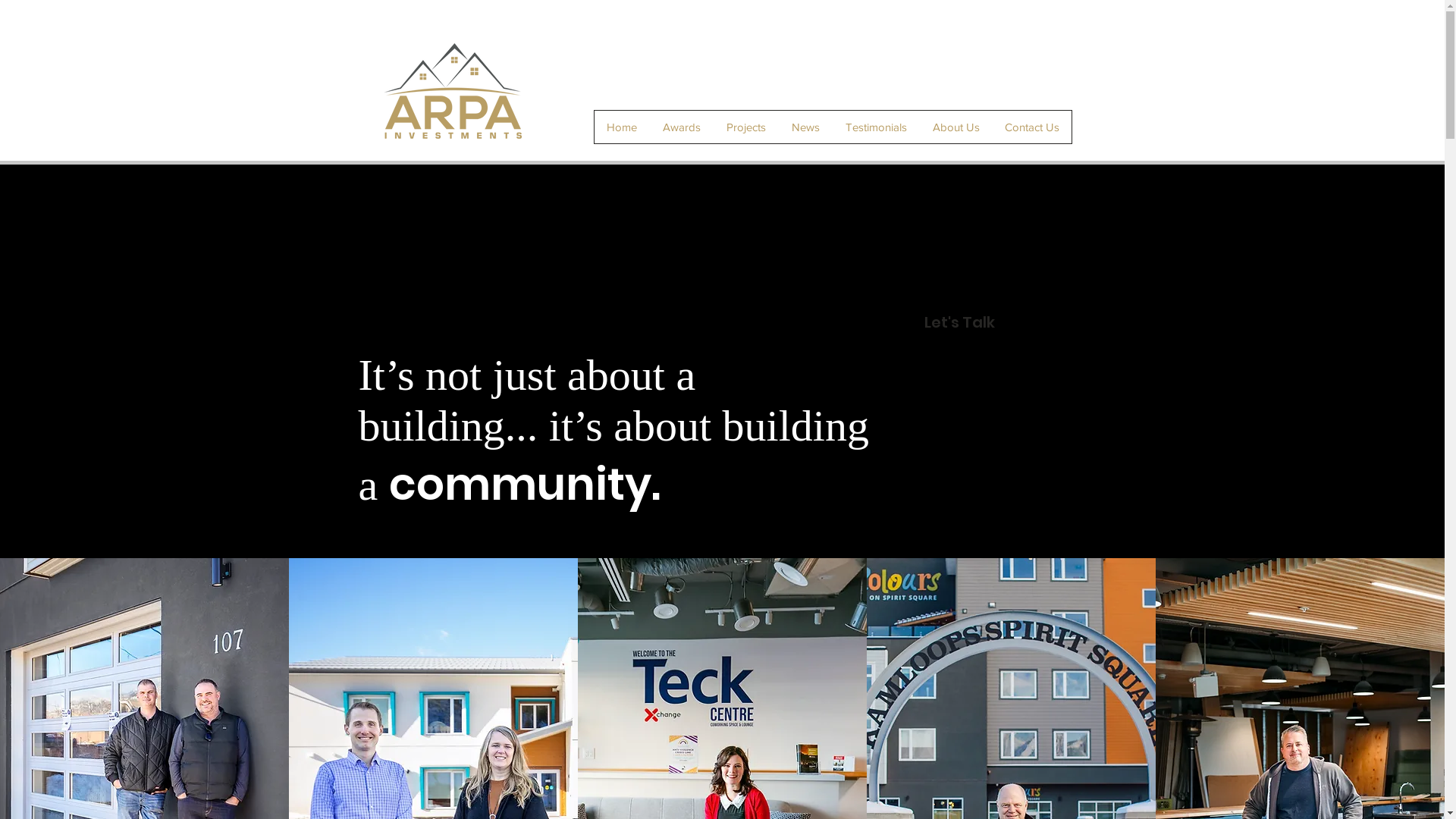 Image resolution: width=1456 pixels, height=819 pixels. I want to click on 'Testimonials', so click(832, 126).